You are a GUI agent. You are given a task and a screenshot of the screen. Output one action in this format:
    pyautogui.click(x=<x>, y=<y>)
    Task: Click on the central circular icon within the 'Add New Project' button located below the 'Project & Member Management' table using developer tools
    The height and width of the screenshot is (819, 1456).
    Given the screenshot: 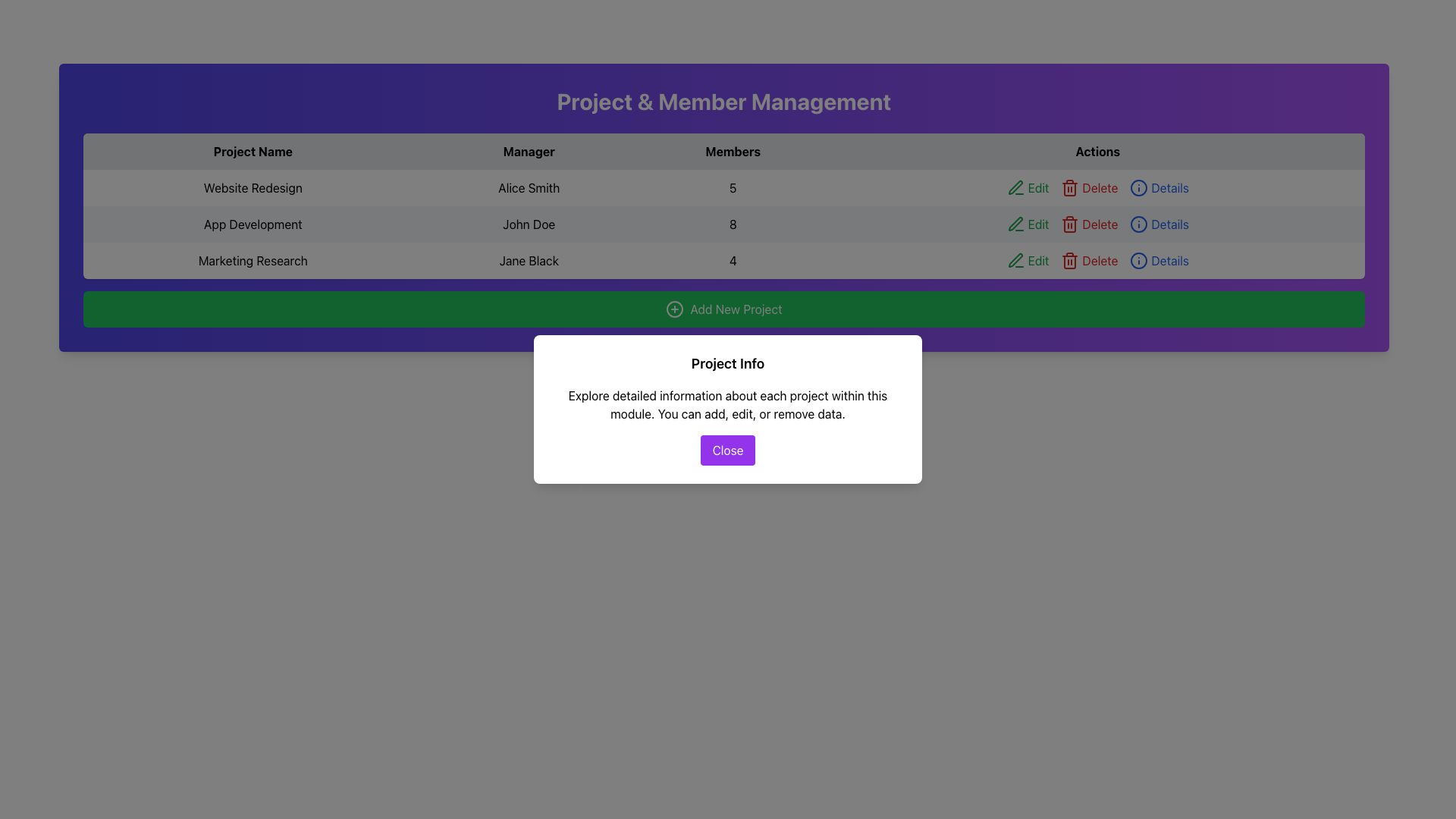 What is the action you would take?
    pyautogui.click(x=674, y=309)
    